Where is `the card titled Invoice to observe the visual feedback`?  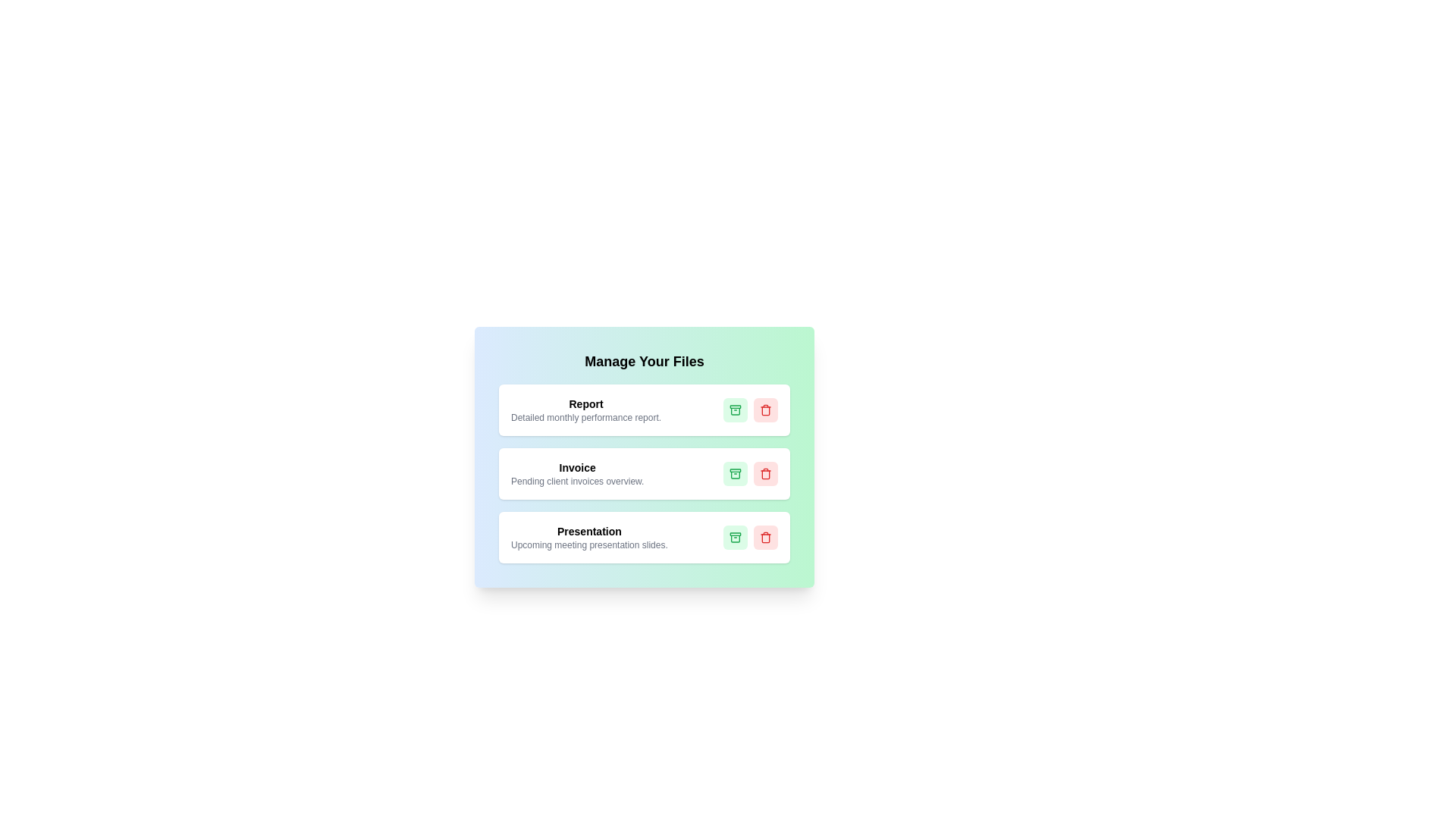
the card titled Invoice to observe the visual feedback is located at coordinates (644, 472).